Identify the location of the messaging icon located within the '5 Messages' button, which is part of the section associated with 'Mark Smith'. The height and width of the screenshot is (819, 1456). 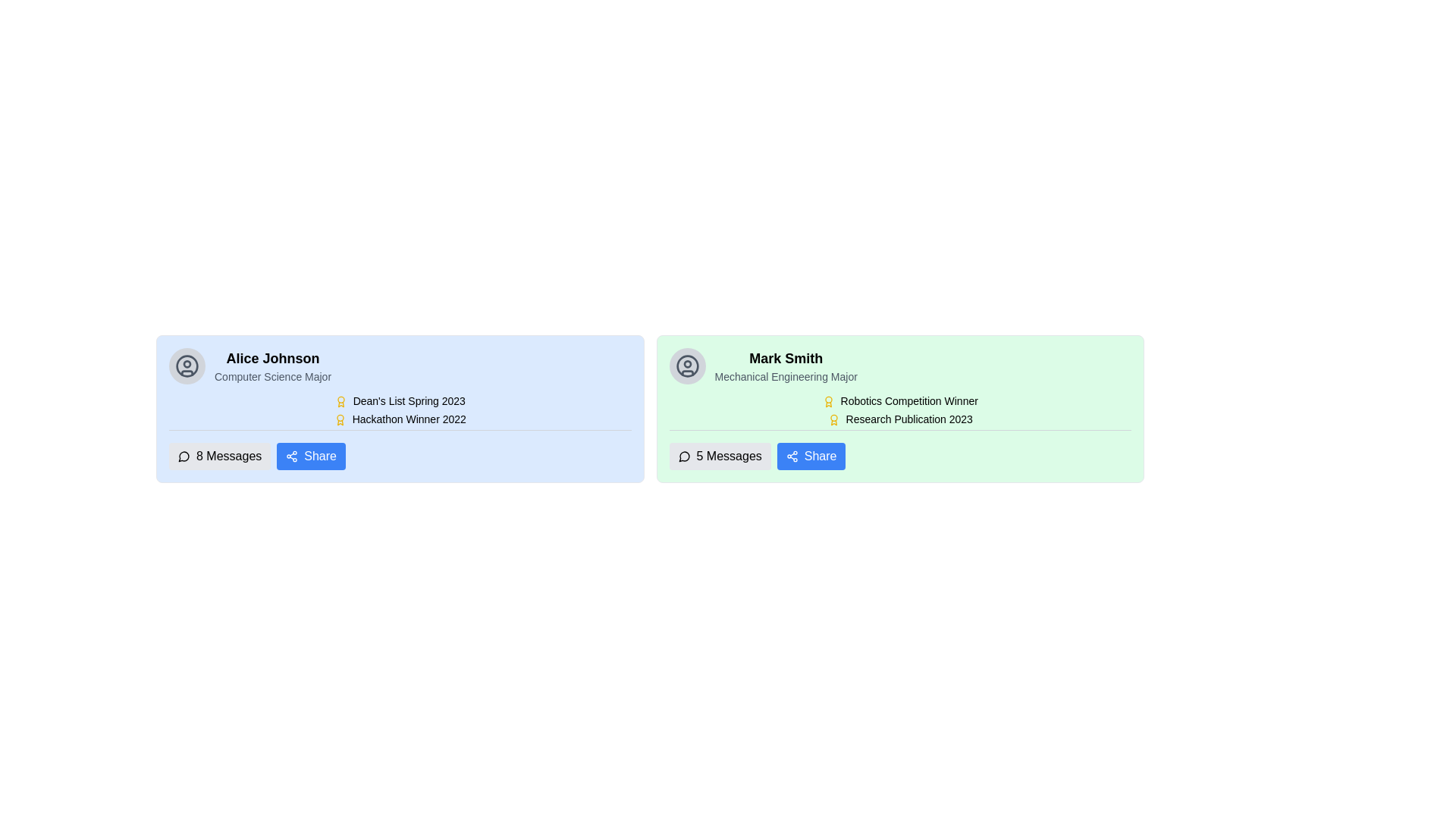
(683, 455).